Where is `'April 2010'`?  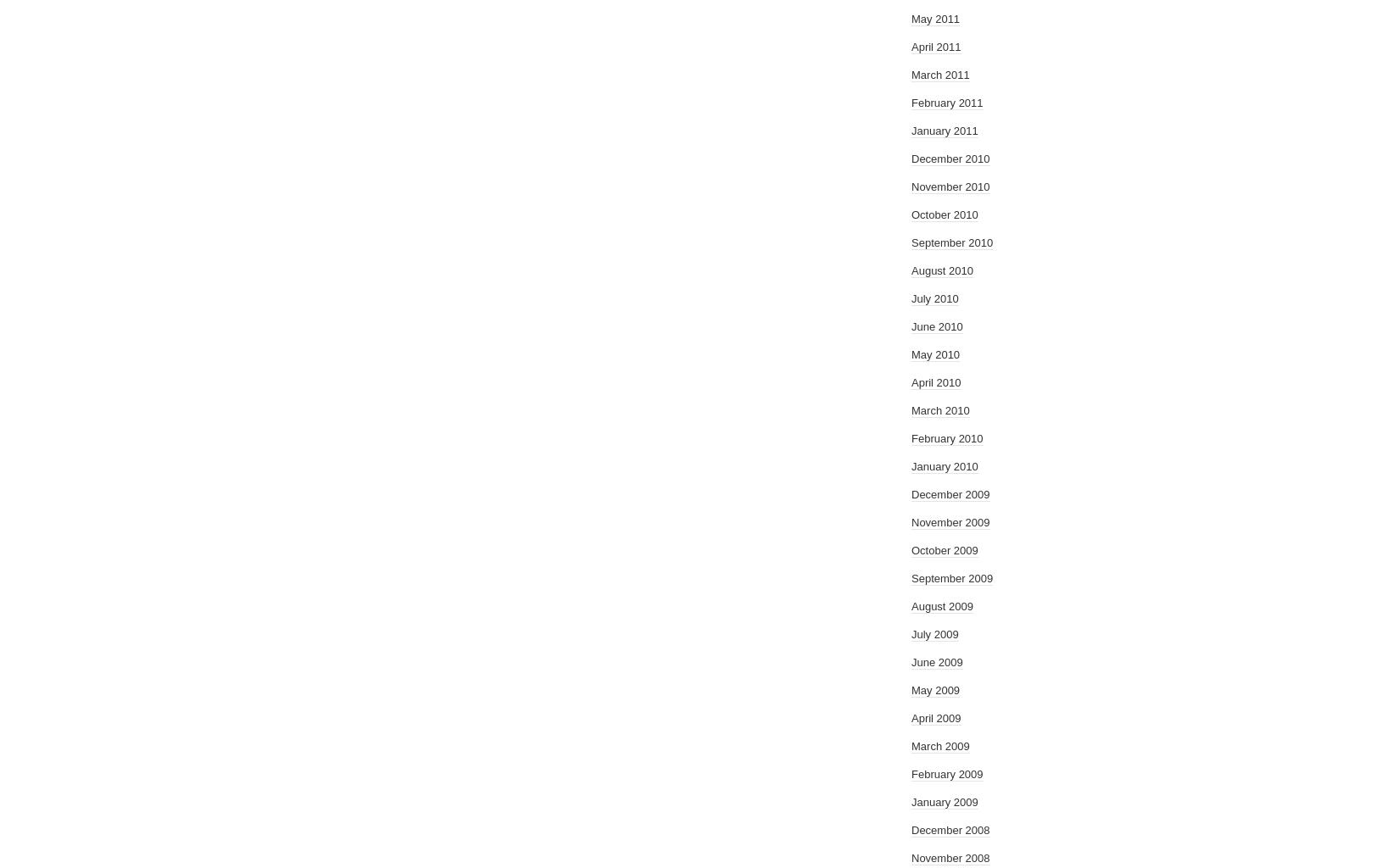 'April 2010' is located at coordinates (936, 382).